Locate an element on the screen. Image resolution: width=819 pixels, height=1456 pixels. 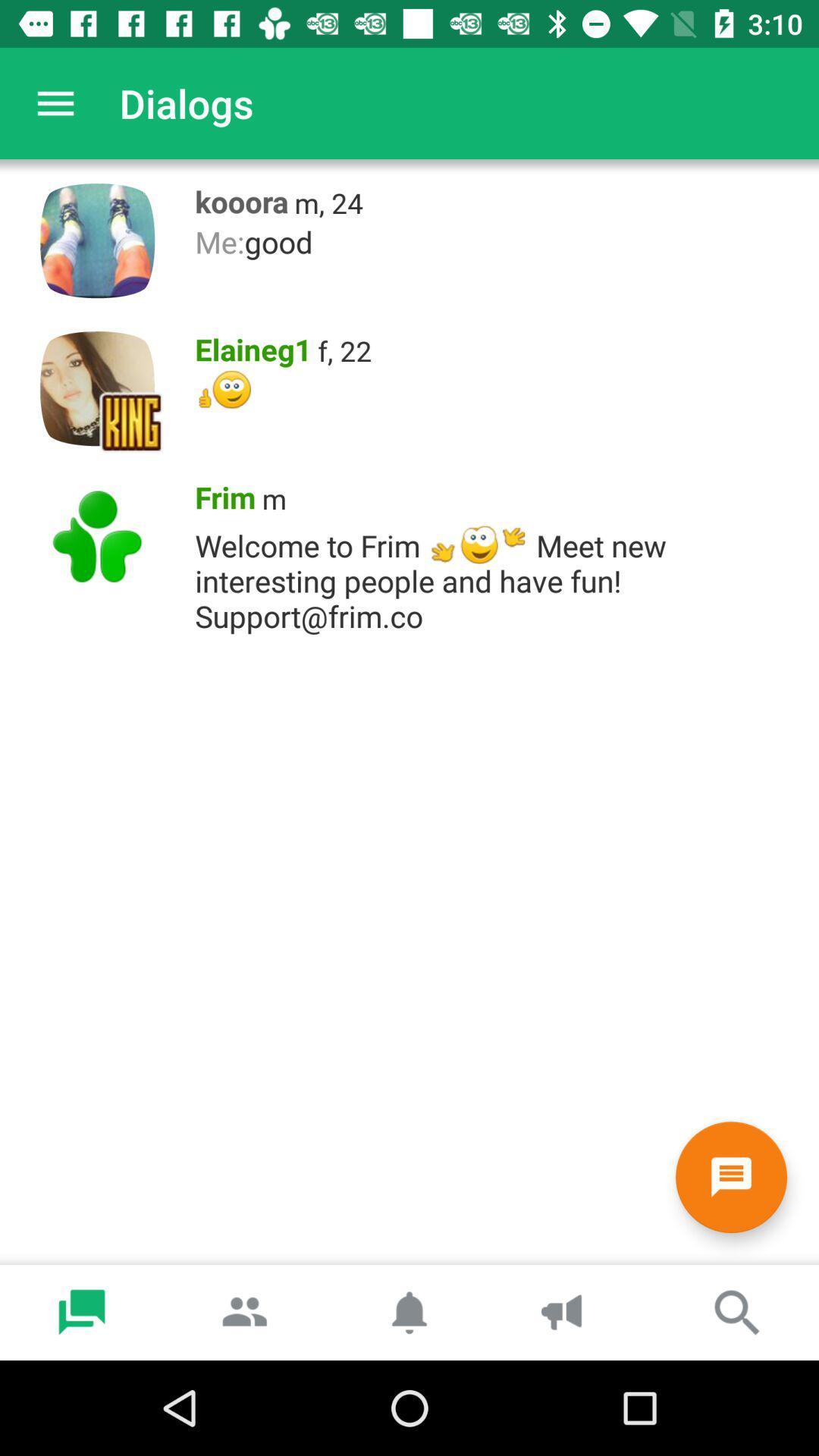
the chat icon is located at coordinates (730, 1176).